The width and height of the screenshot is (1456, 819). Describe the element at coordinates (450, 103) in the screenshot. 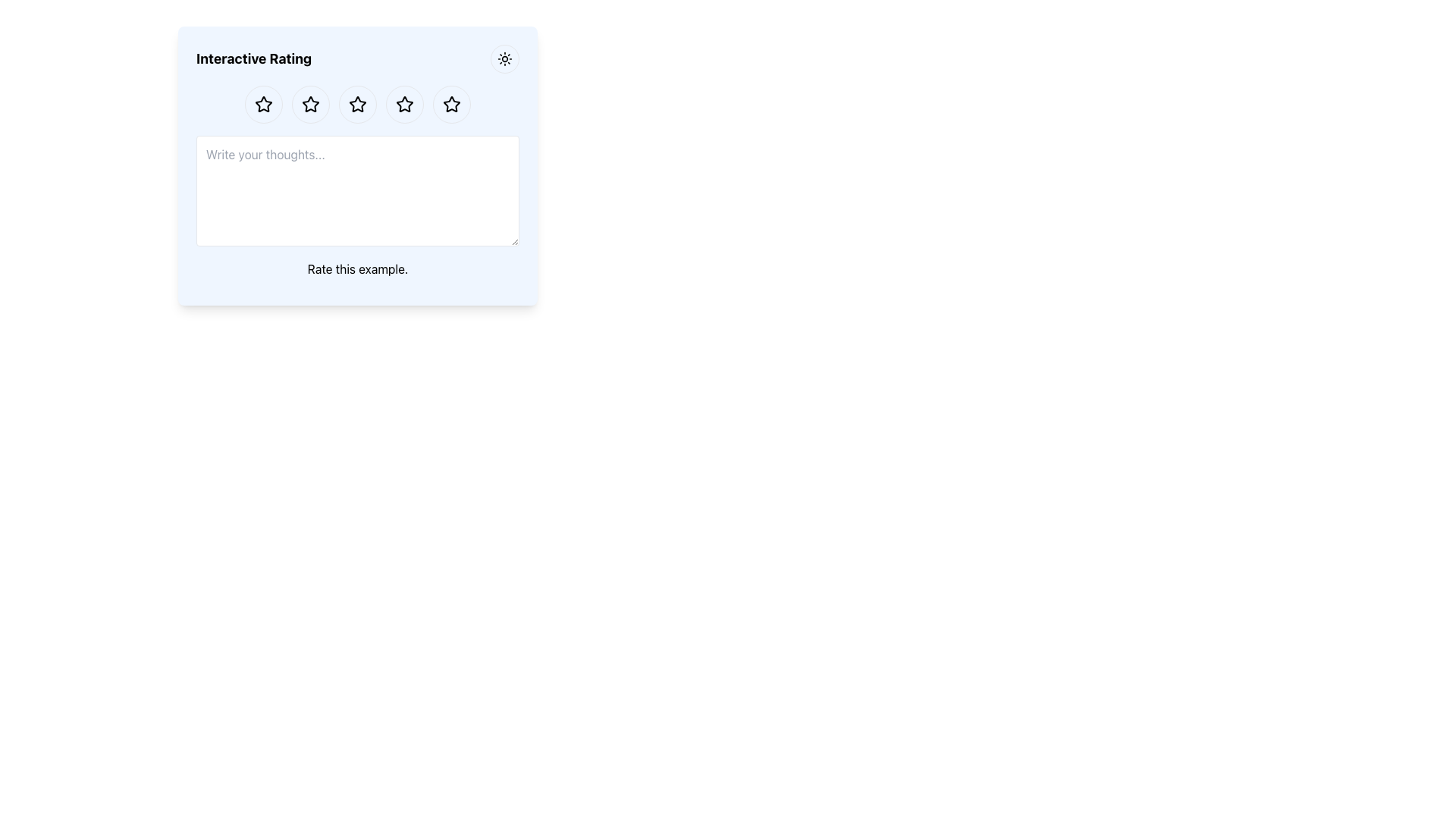

I see `on the fifth star icon in the rating system` at that location.